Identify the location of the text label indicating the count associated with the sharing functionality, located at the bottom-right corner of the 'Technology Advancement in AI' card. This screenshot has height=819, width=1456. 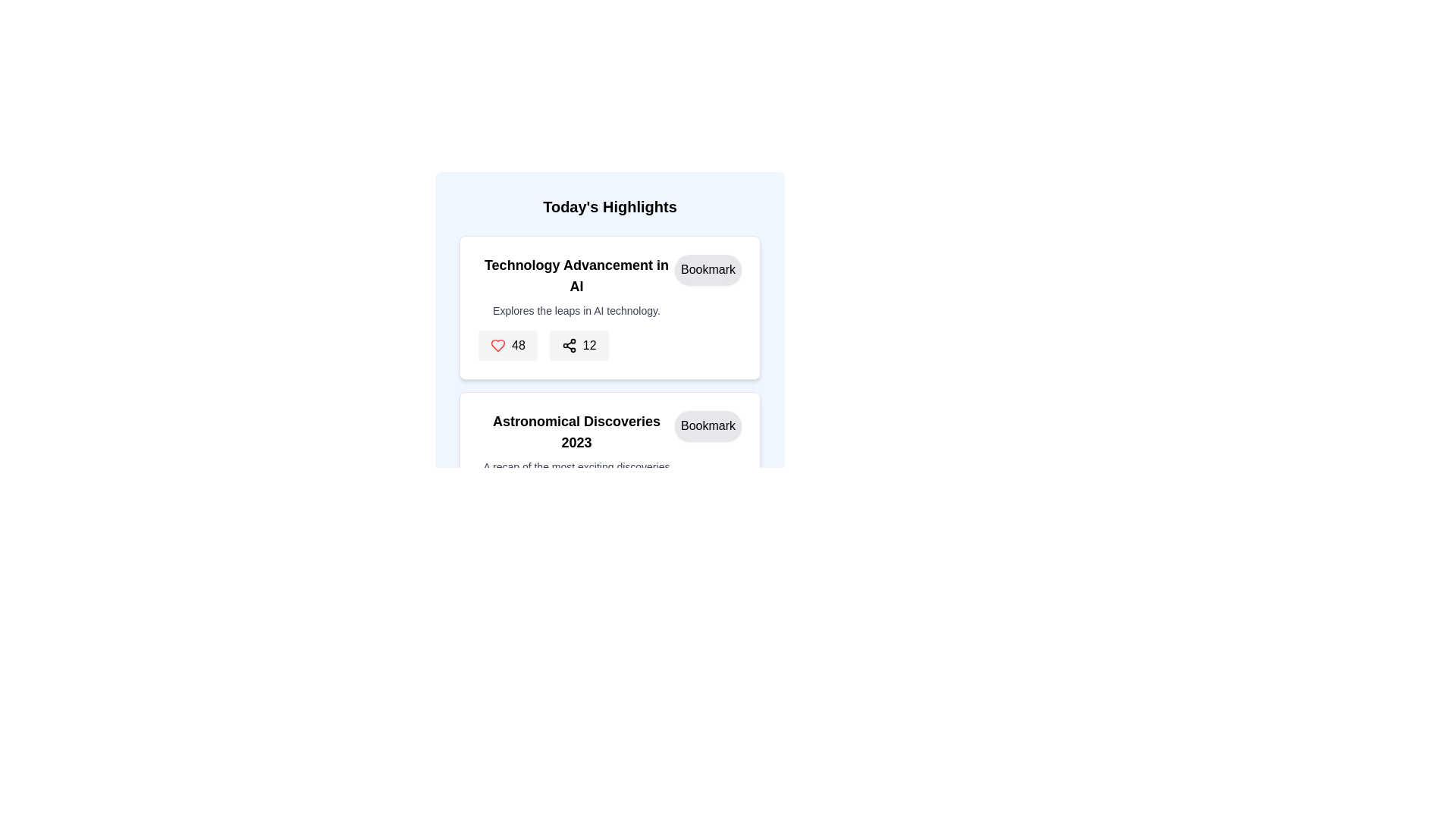
(588, 345).